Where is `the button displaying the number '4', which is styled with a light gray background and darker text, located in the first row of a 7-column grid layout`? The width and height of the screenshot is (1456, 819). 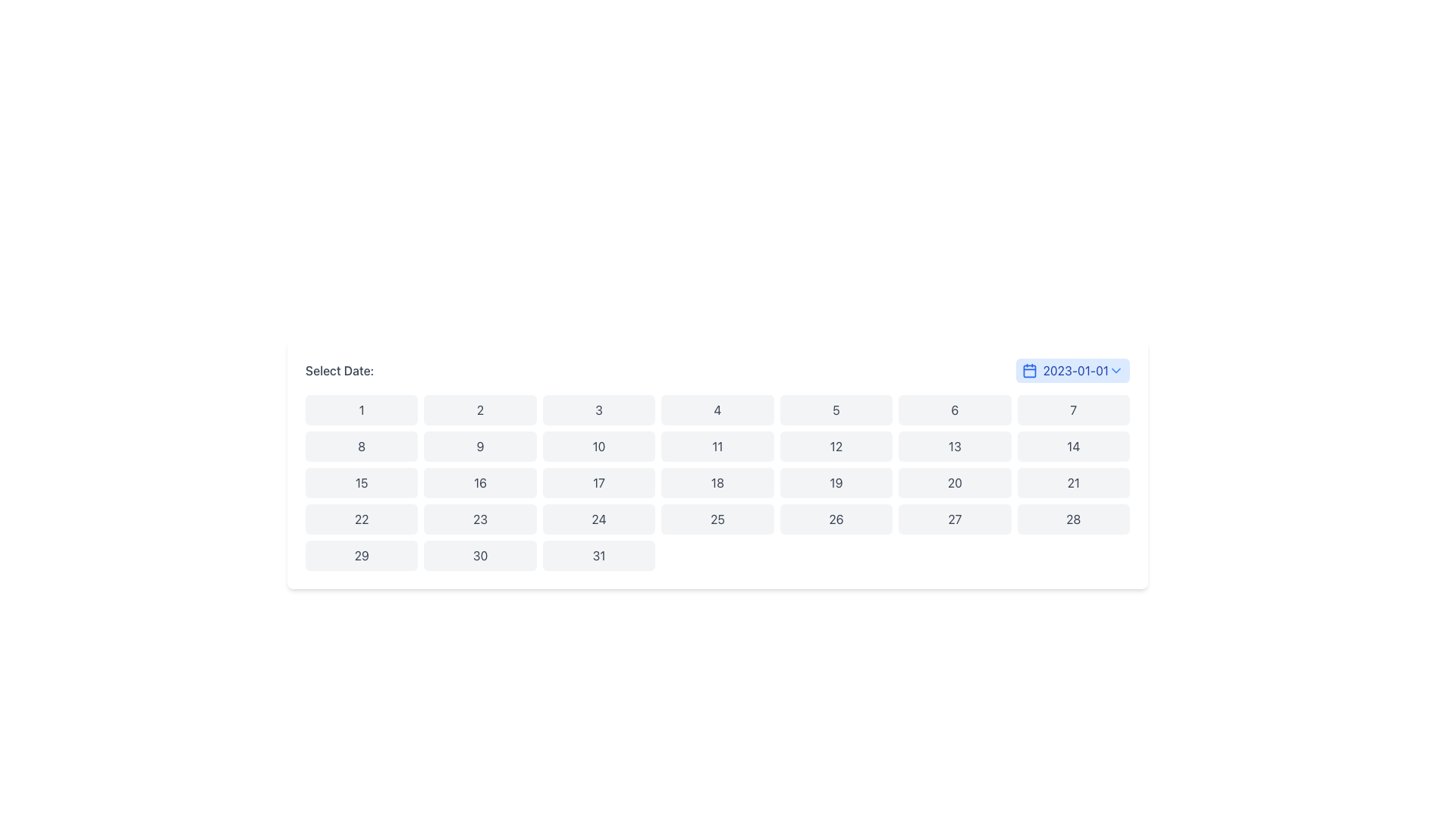 the button displaying the number '4', which is styled with a light gray background and darker text, located in the first row of a 7-column grid layout is located at coordinates (717, 409).